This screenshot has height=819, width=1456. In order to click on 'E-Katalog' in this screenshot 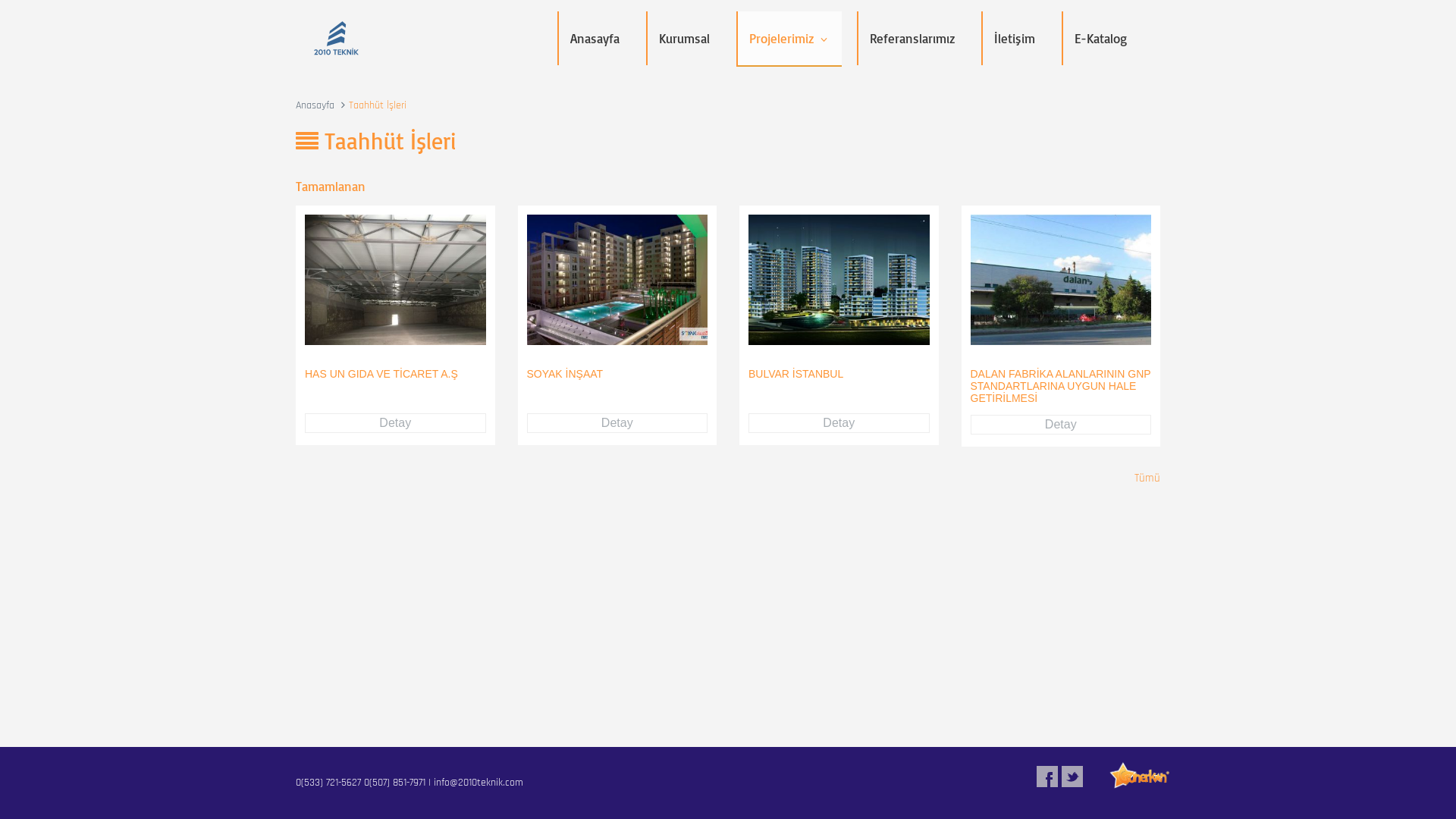, I will do `click(1100, 37)`.